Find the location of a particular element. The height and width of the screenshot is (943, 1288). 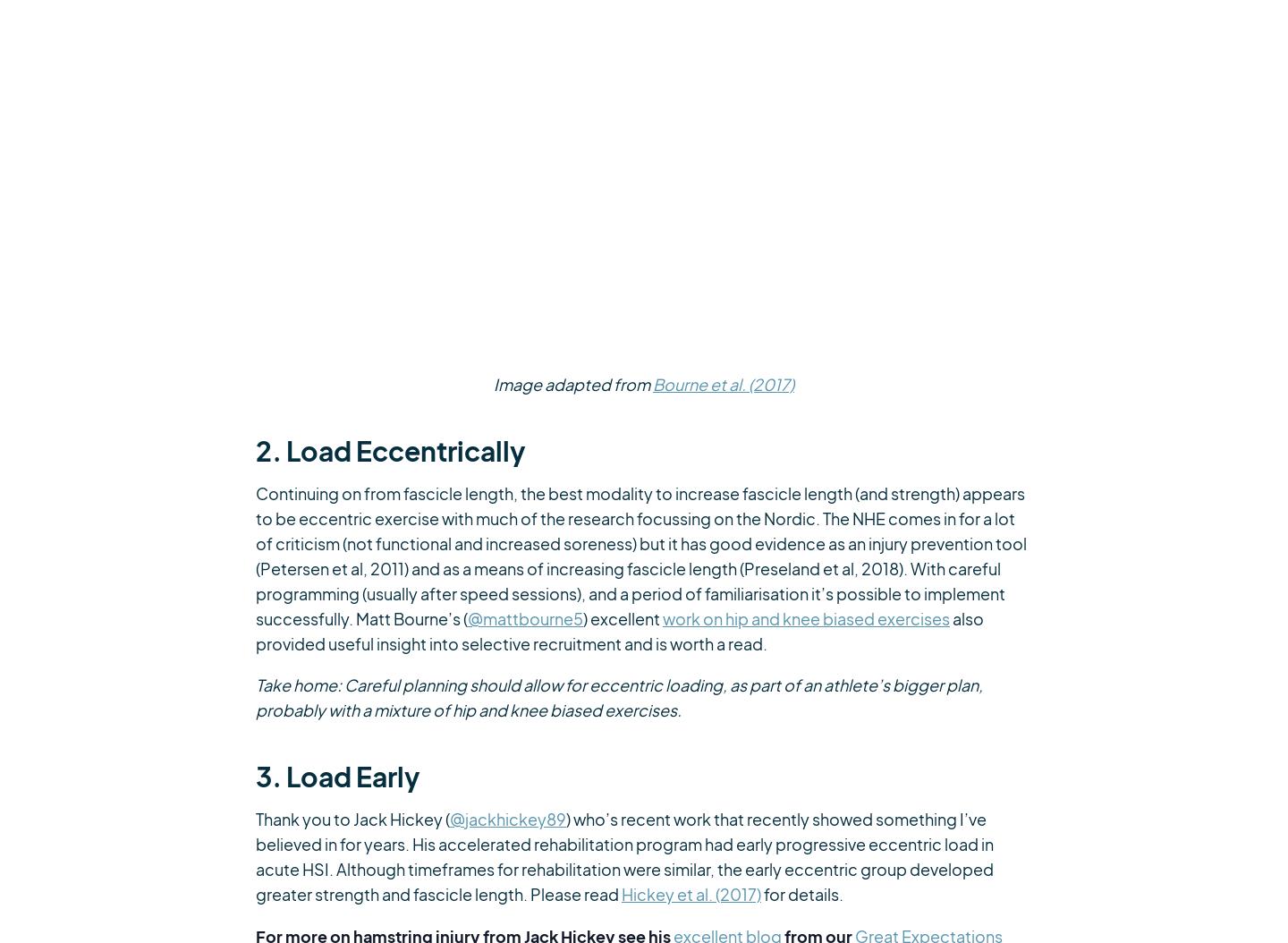

'Take home: Careful planning should allow for eccentric loading, as part of an athlete’s bigger plan, probably with a mixture of hip and knee biased exercises.' is located at coordinates (254, 697).